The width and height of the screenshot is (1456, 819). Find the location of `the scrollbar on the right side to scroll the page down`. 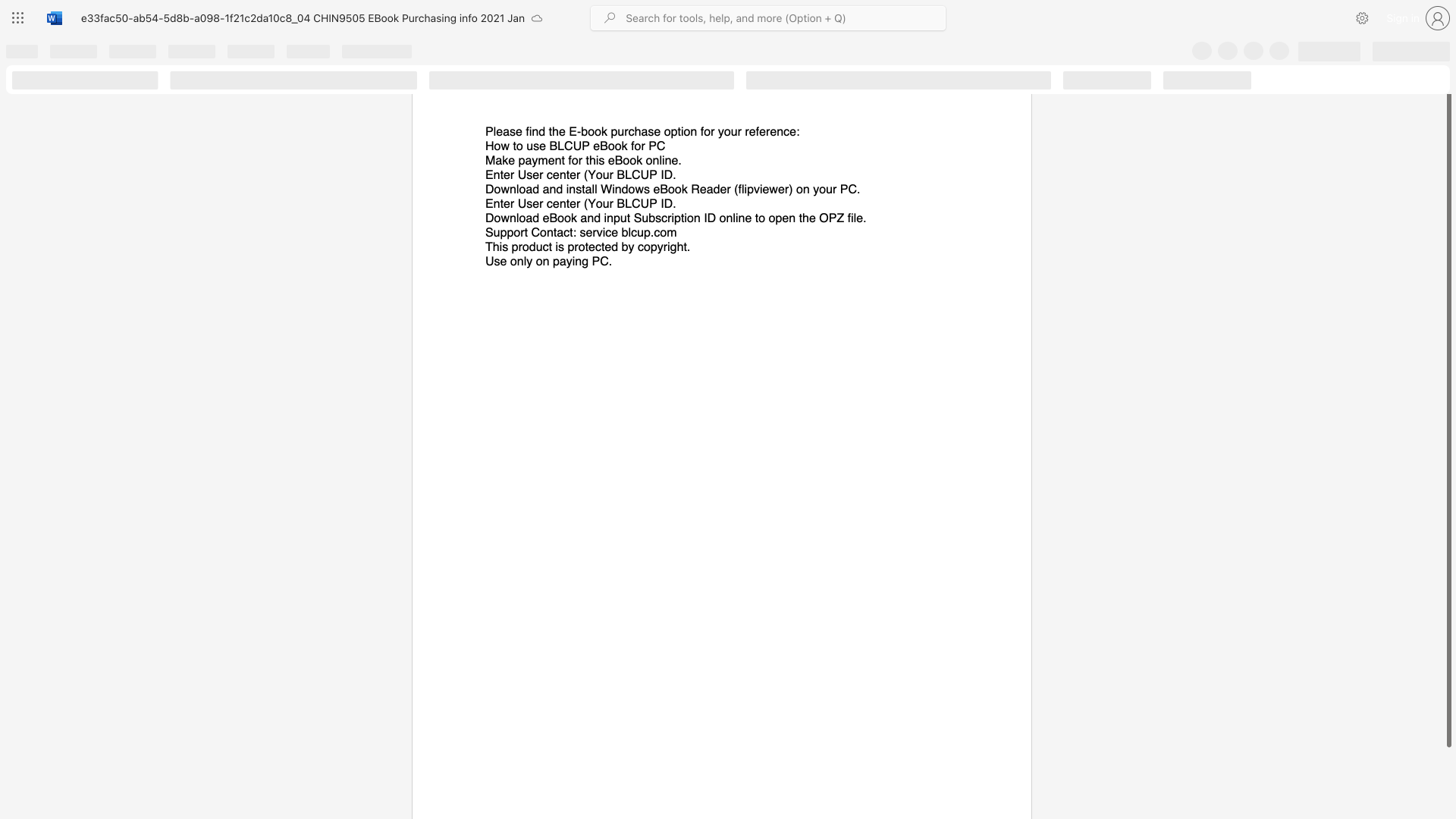

the scrollbar on the right side to scroll the page down is located at coordinates (1448, 810).